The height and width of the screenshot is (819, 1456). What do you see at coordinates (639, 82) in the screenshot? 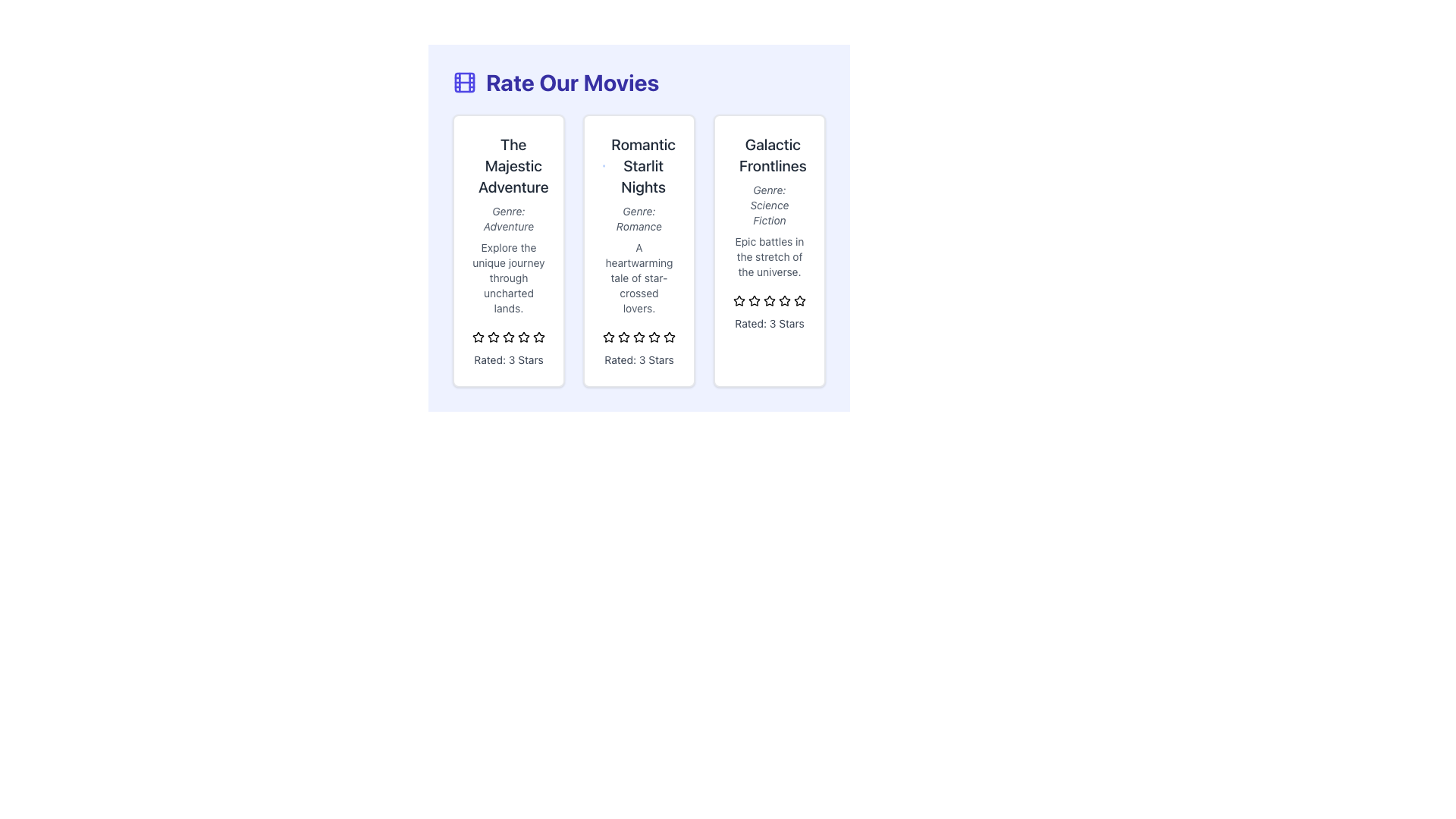
I see `the film reel icon adjacent to the 'Rate Our Movies' heading, which is prominently displayed in large, bold, indigo-colored font` at bounding box center [639, 82].